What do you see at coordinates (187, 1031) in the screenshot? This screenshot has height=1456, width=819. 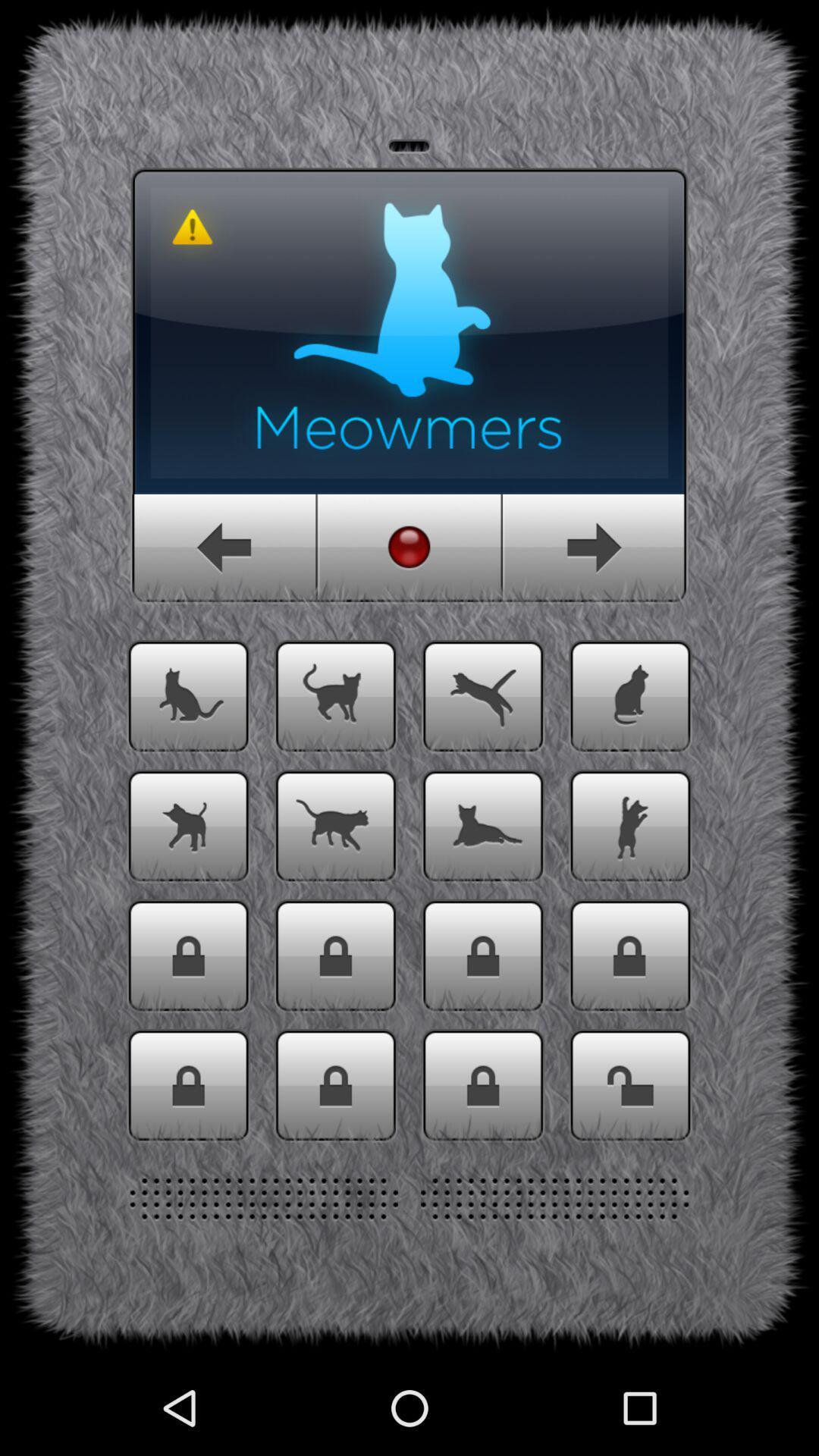 I see `the lock icon` at bounding box center [187, 1031].